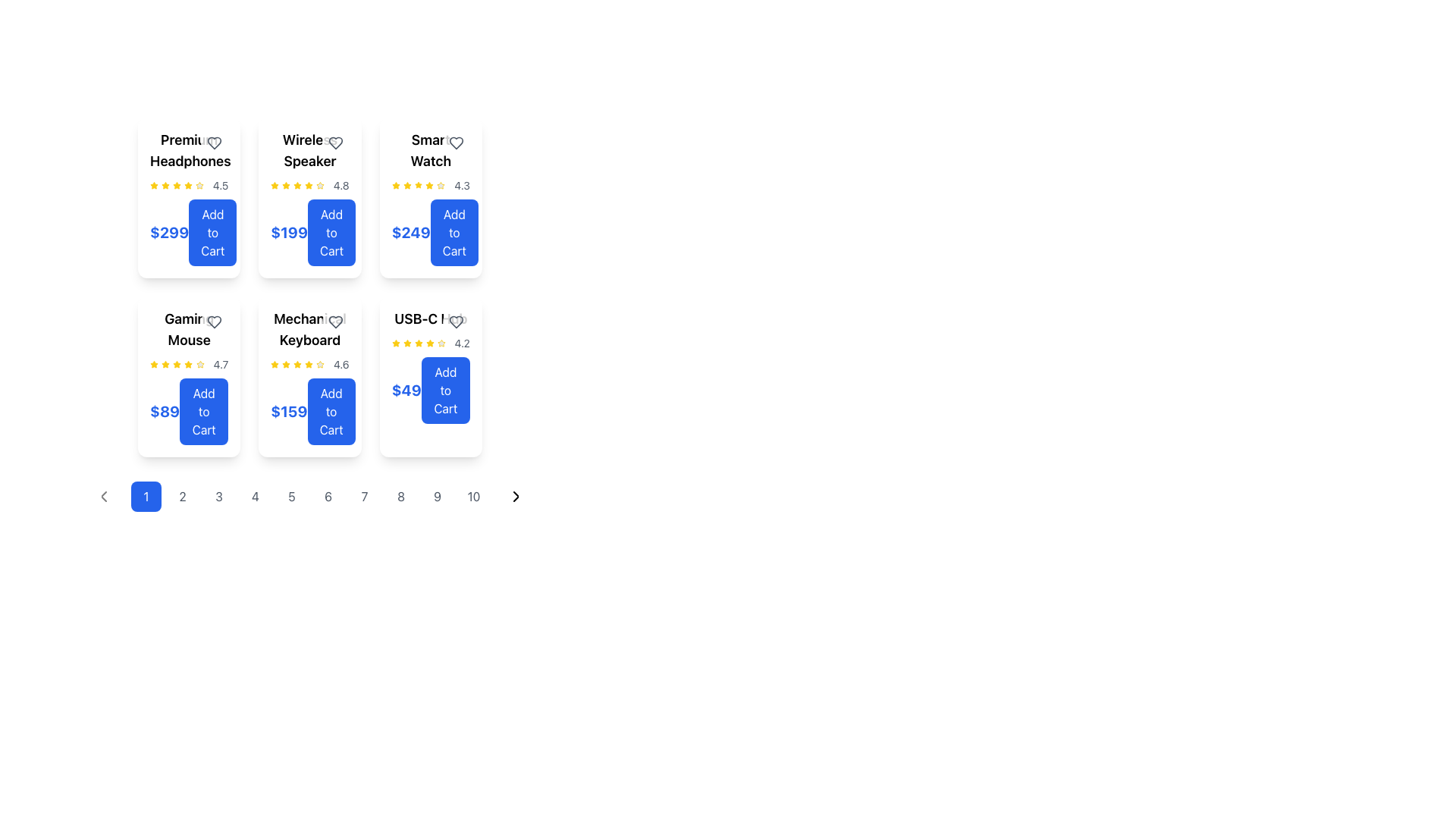 Image resolution: width=1456 pixels, height=819 pixels. Describe the element at coordinates (411, 233) in the screenshot. I see `the price label for the 'Smart Watch' product, which displays the cost and is located above the 'Add to Cart' button in the upper-middle grid of product cards` at that location.